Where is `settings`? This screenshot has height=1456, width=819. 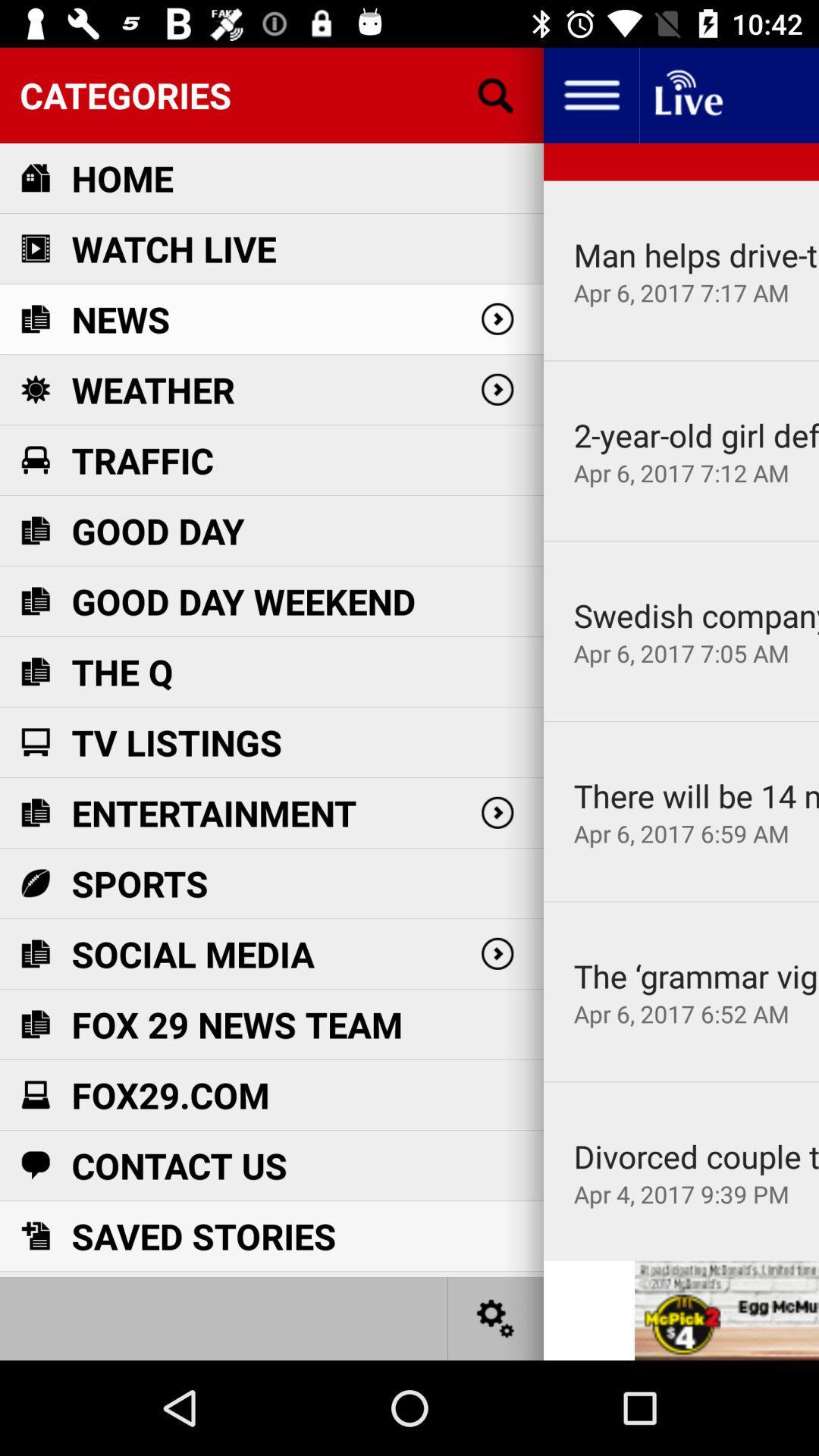 settings is located at coordinates (496, 1317).